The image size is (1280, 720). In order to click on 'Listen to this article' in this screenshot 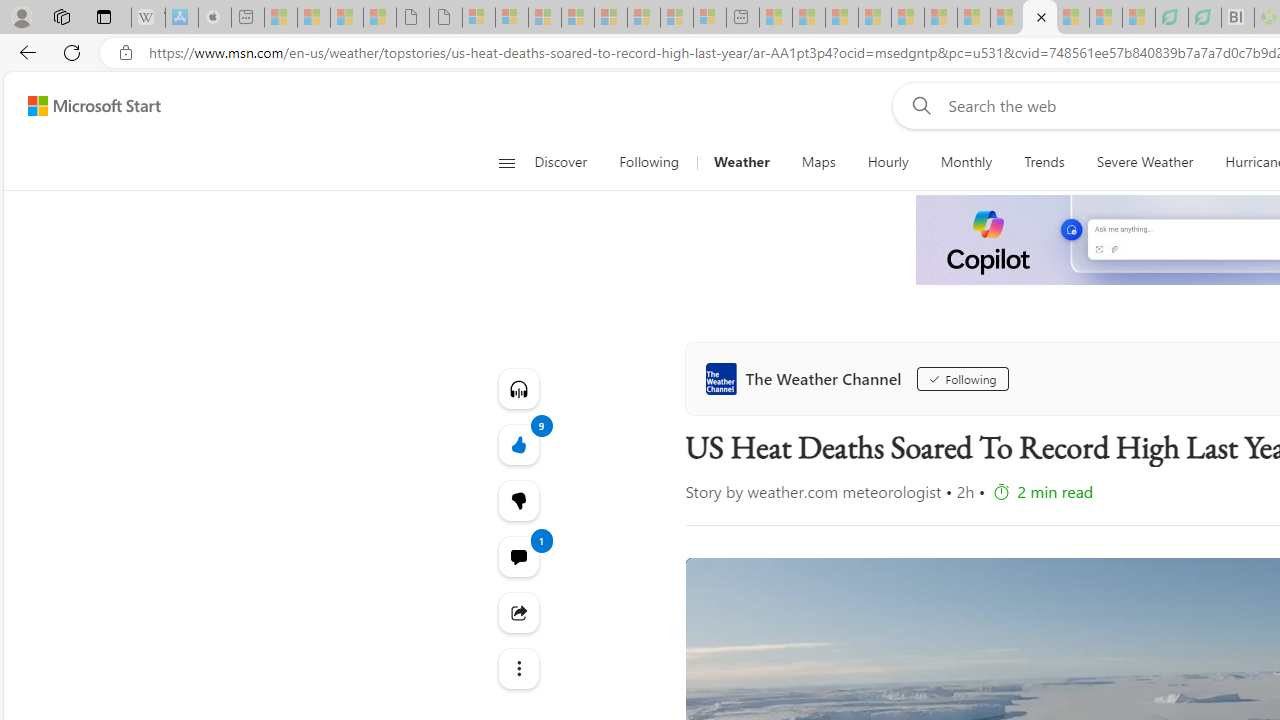, I will do `click(518, 388)`.